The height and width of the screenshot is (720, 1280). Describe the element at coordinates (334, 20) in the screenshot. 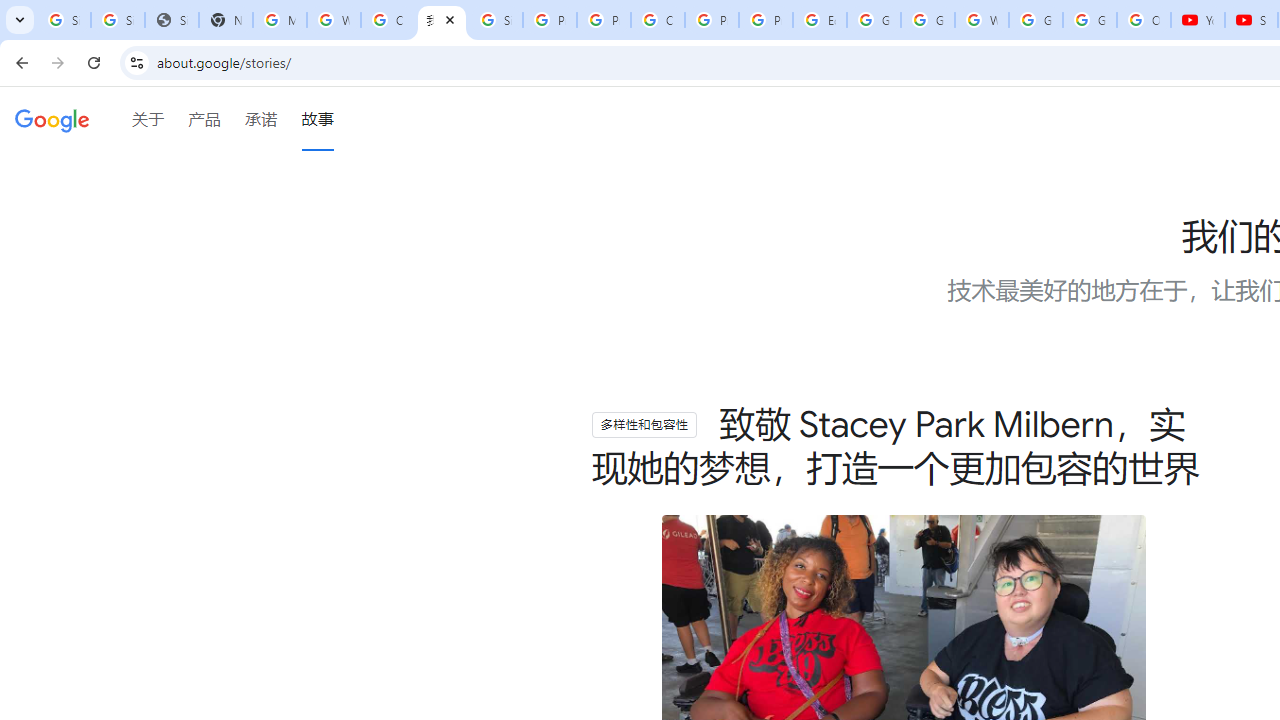

I see `'Who is my administrator? - Google Account Help'` at that location.